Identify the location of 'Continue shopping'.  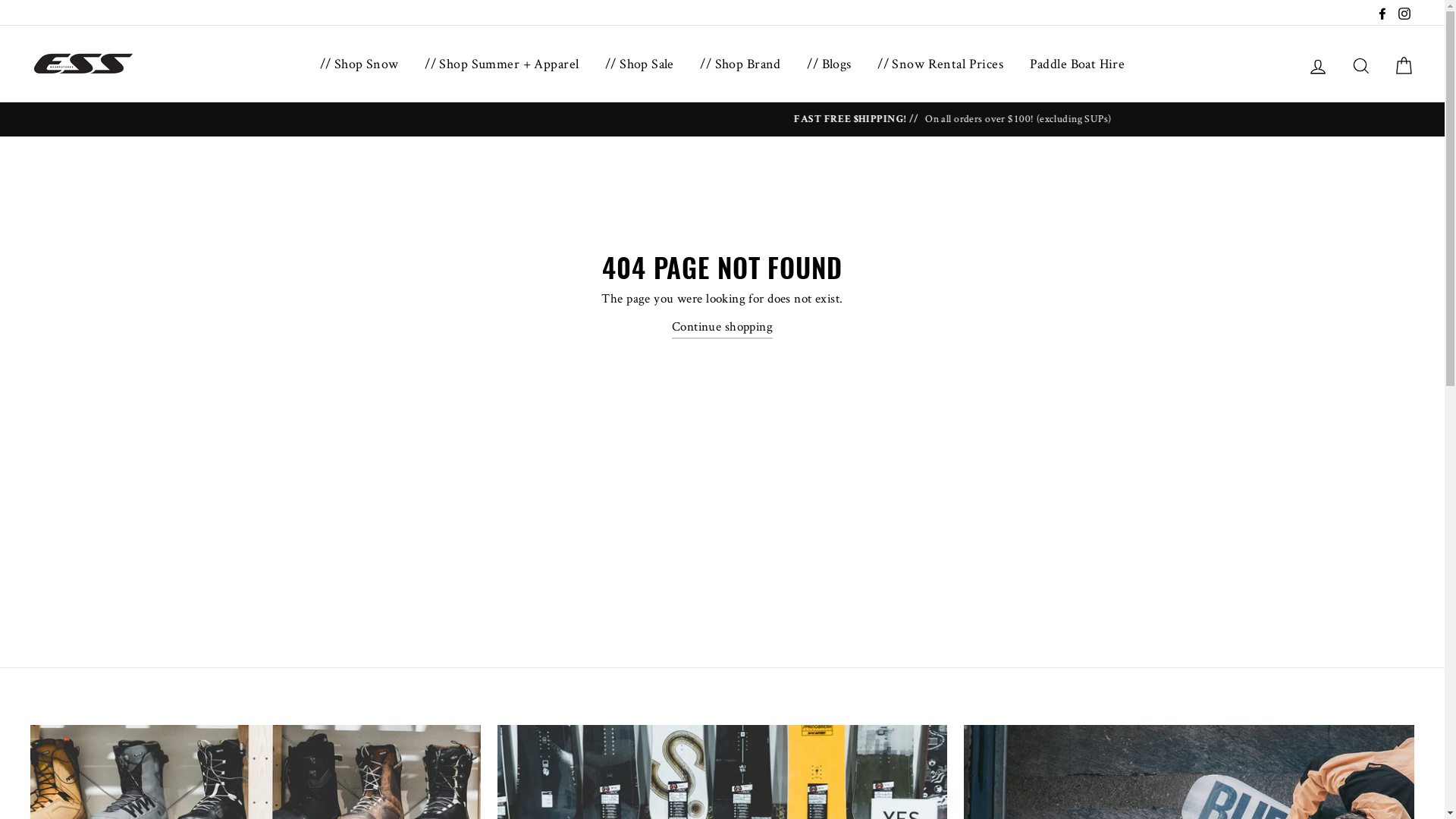
(671, 326).